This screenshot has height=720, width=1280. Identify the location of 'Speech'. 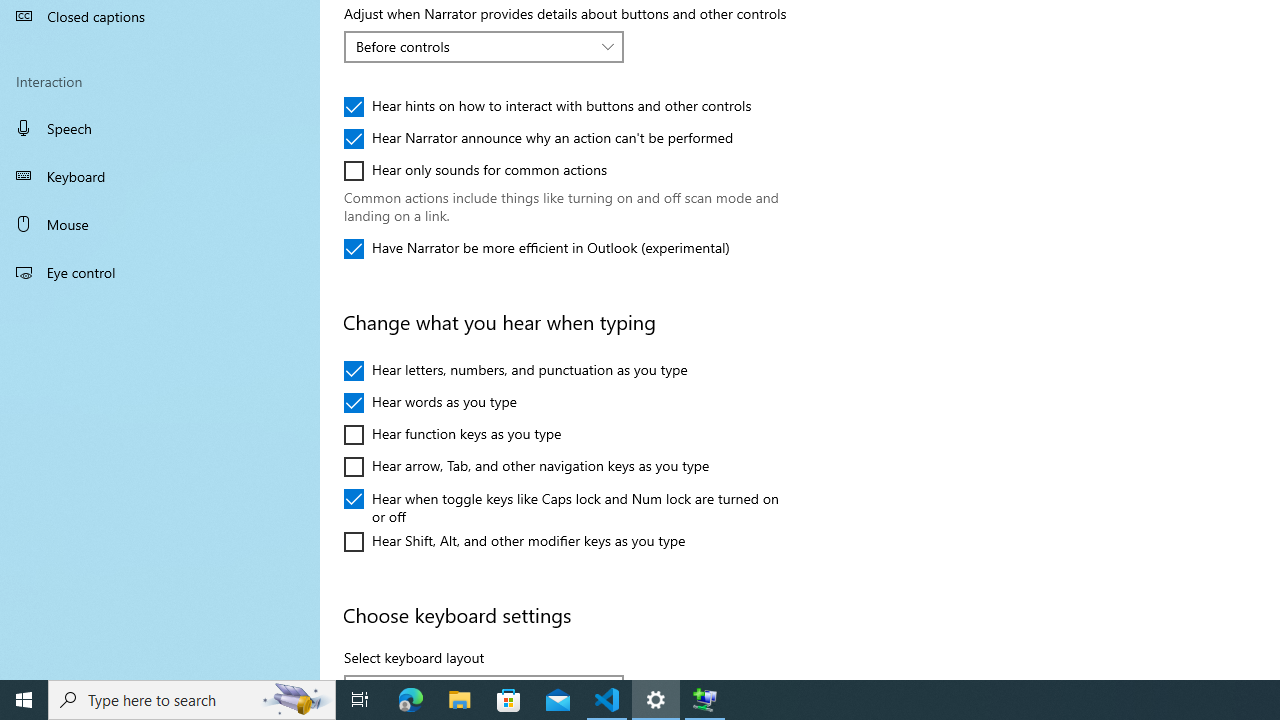
(160, 127).